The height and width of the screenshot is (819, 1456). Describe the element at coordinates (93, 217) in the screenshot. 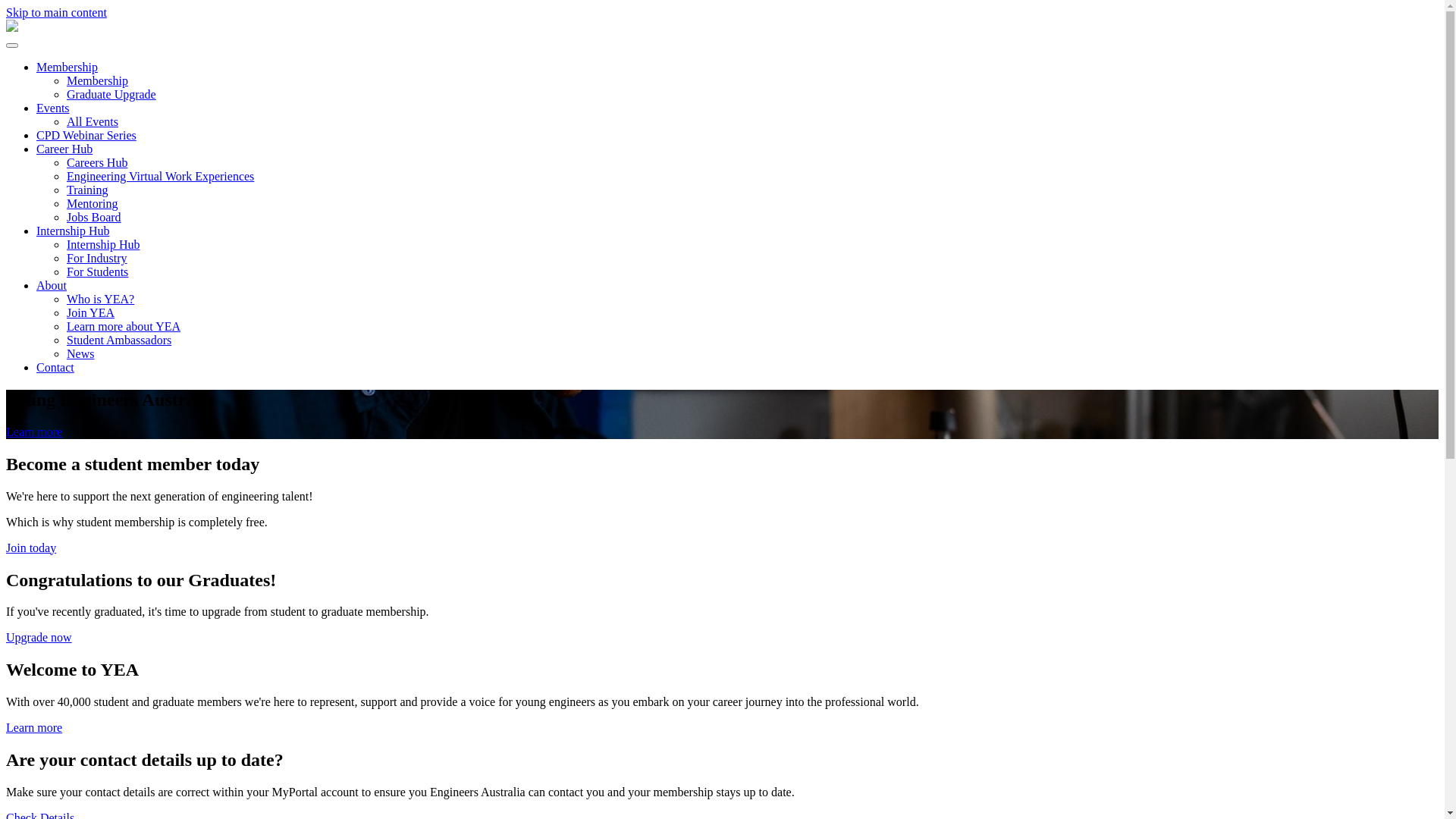

I see `'Jobs Board'` at that location.